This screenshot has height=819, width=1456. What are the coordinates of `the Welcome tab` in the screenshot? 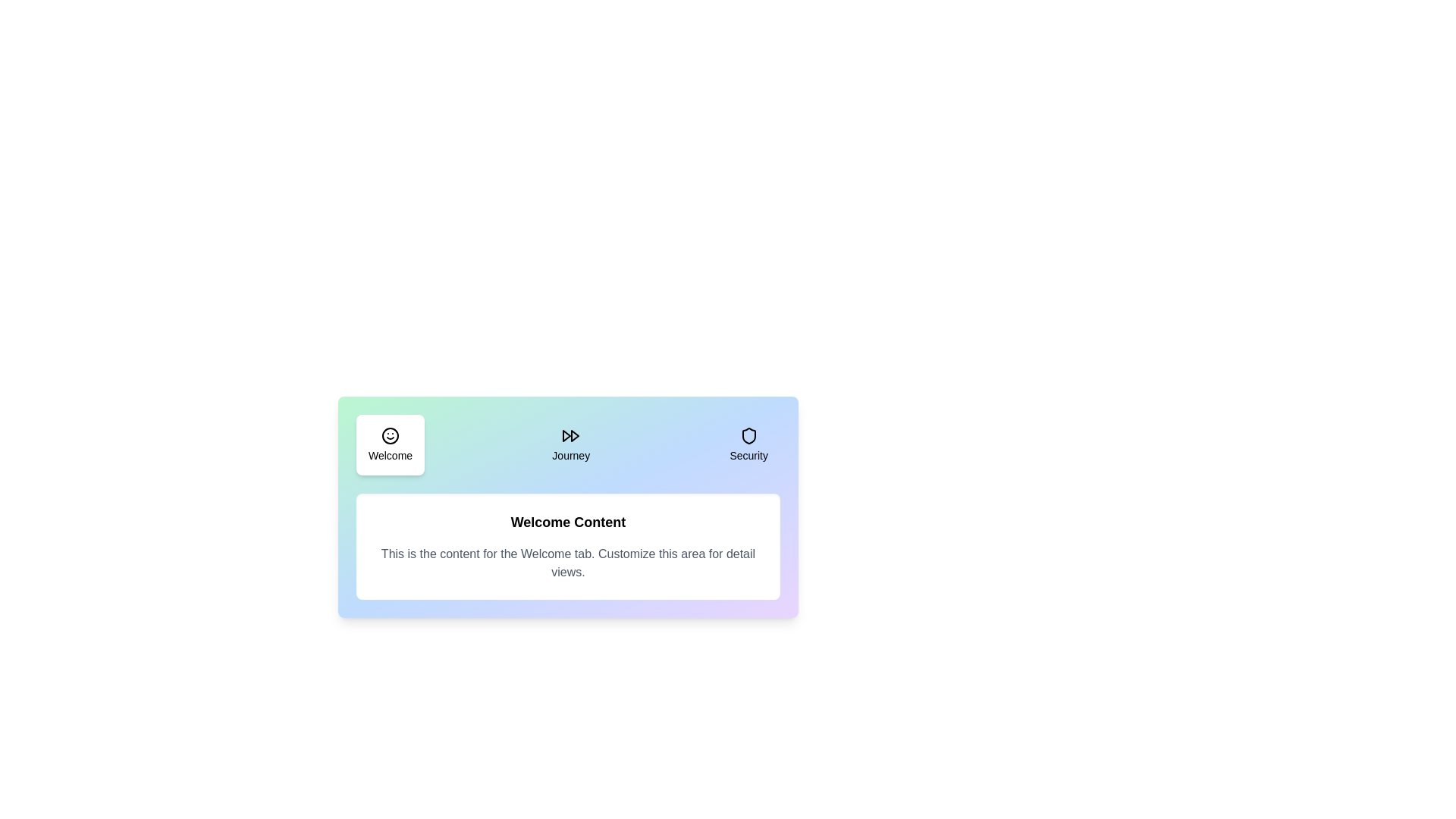 It's located at (390, 444).